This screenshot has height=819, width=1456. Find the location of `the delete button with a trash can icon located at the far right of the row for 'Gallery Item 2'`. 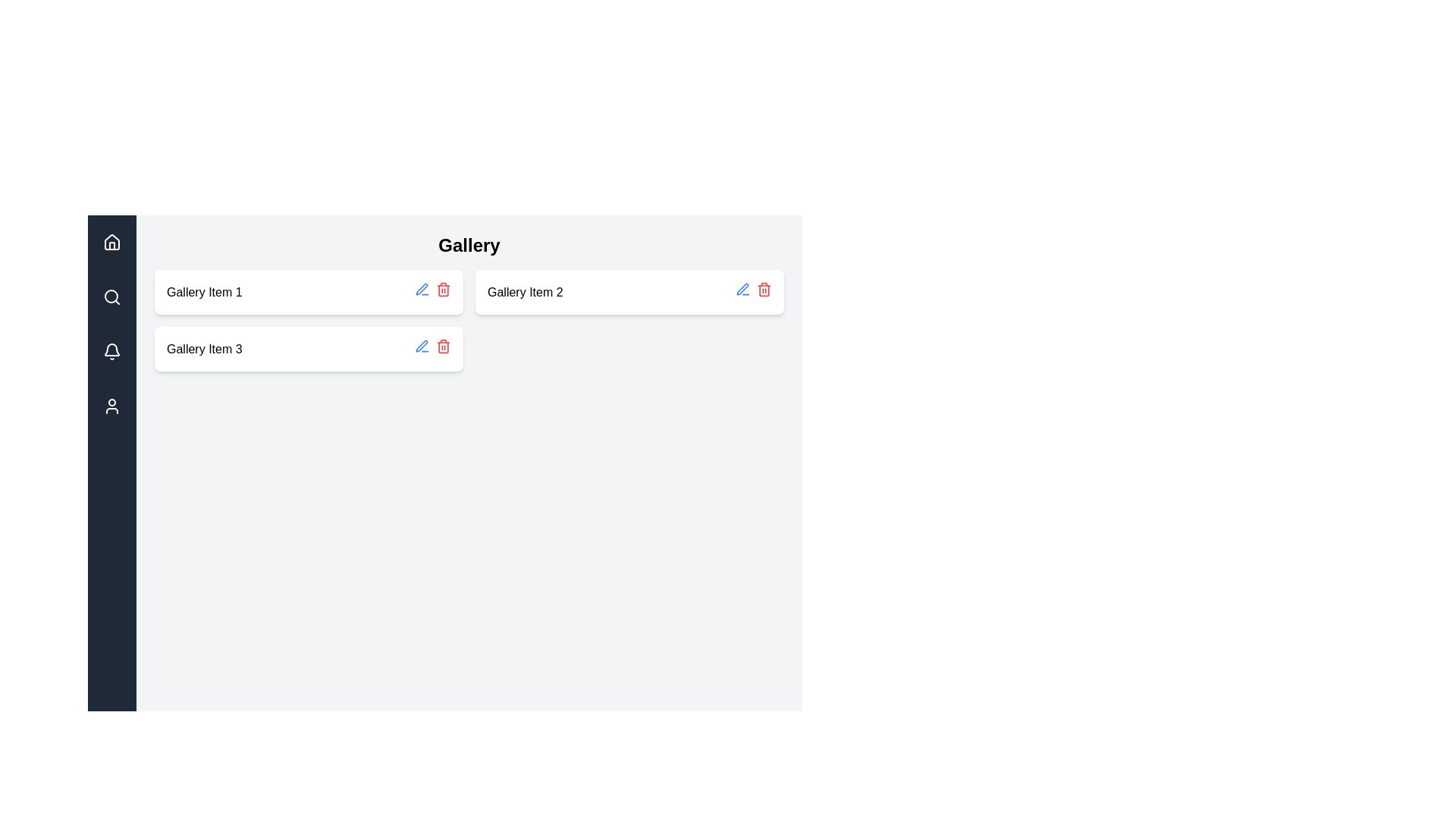

the delete button with a trash can icon located at the far right of the row for 'Gallery Item 2' is located at coordinates (764, 289).